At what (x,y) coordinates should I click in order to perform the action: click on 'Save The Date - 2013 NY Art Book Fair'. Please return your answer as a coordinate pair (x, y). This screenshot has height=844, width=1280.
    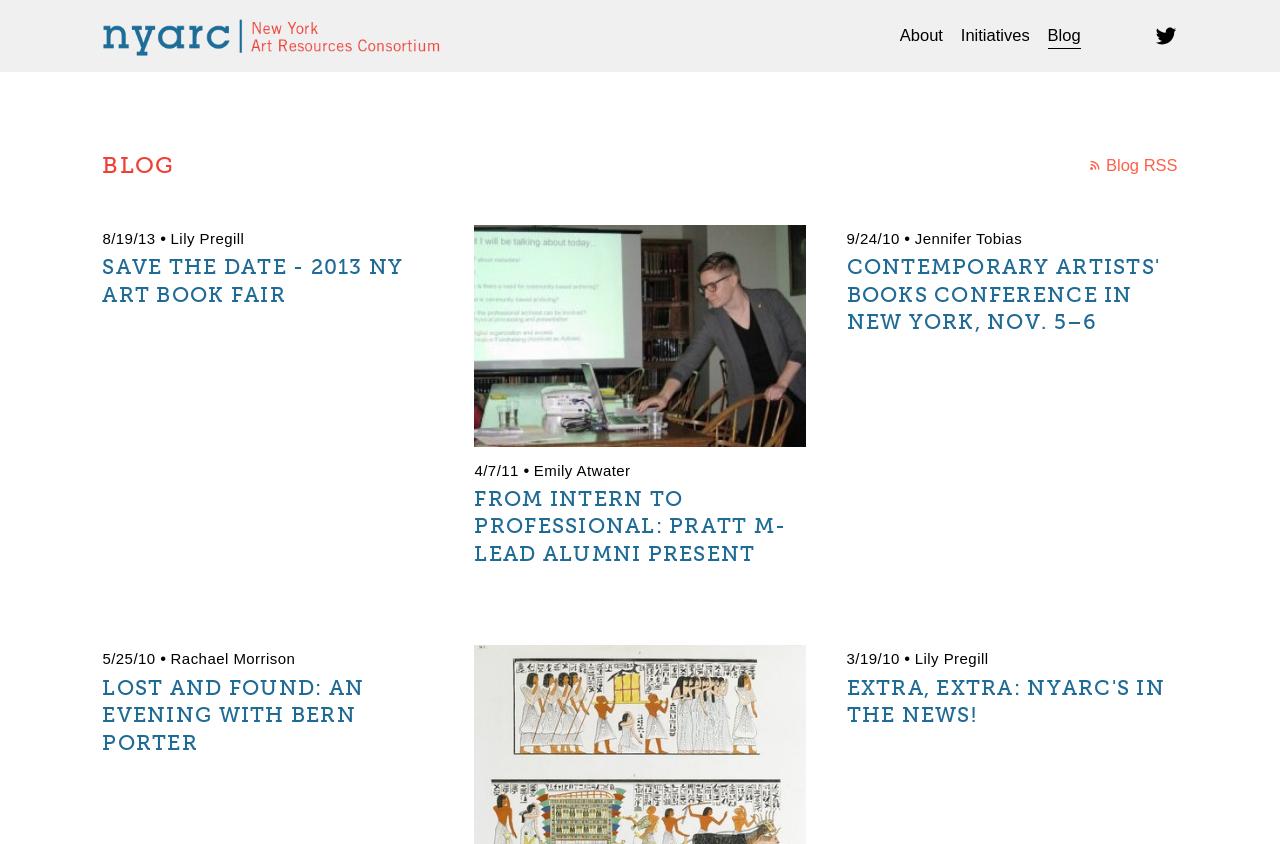
    Looking at the image, I should click on (251, 279).